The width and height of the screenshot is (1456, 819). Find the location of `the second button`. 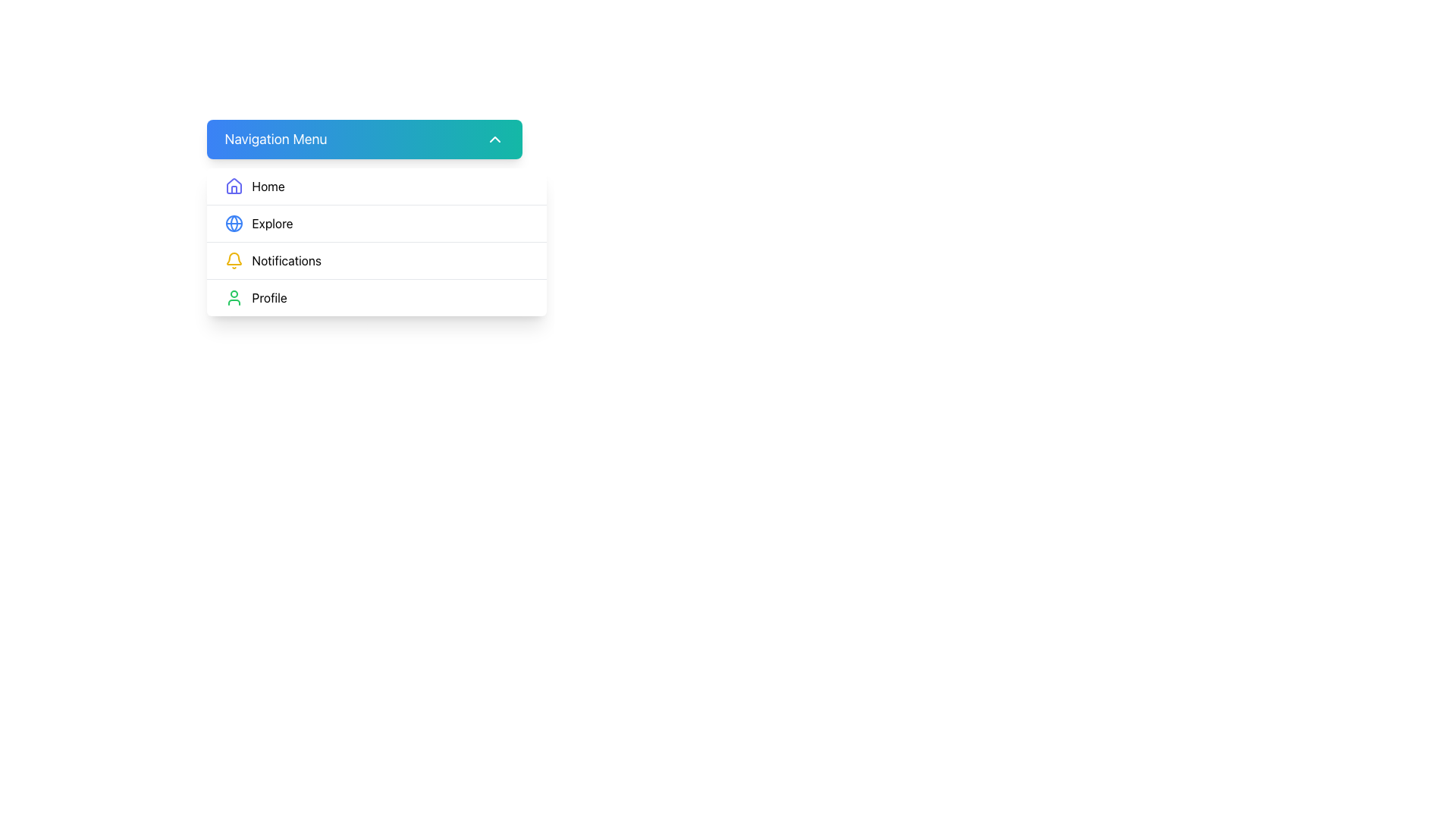

the second button is located at coordinates (376, 223).